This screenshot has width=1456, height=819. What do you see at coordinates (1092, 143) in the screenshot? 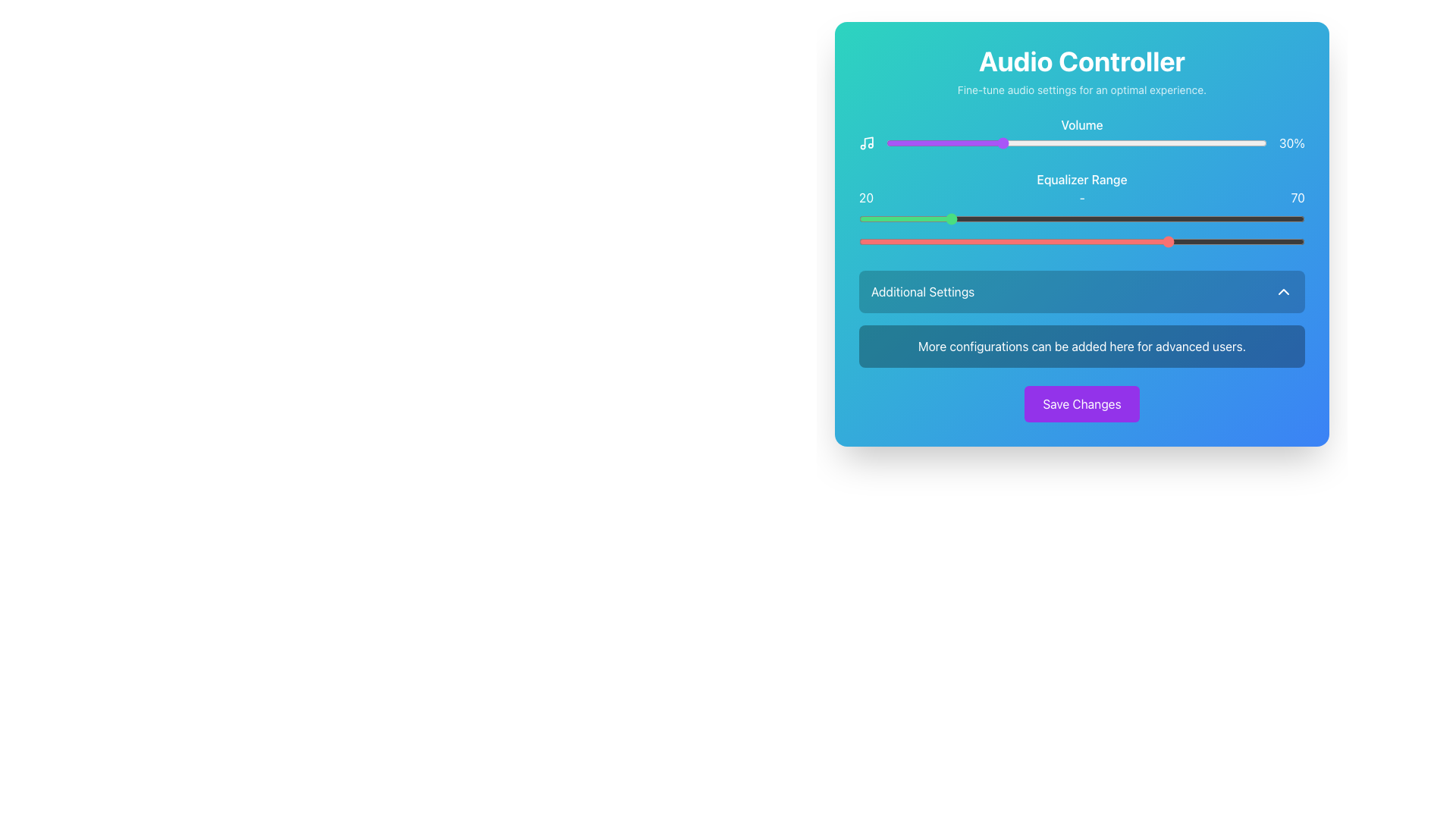
I see `the volume slider` at bounding box center [1092, 143].